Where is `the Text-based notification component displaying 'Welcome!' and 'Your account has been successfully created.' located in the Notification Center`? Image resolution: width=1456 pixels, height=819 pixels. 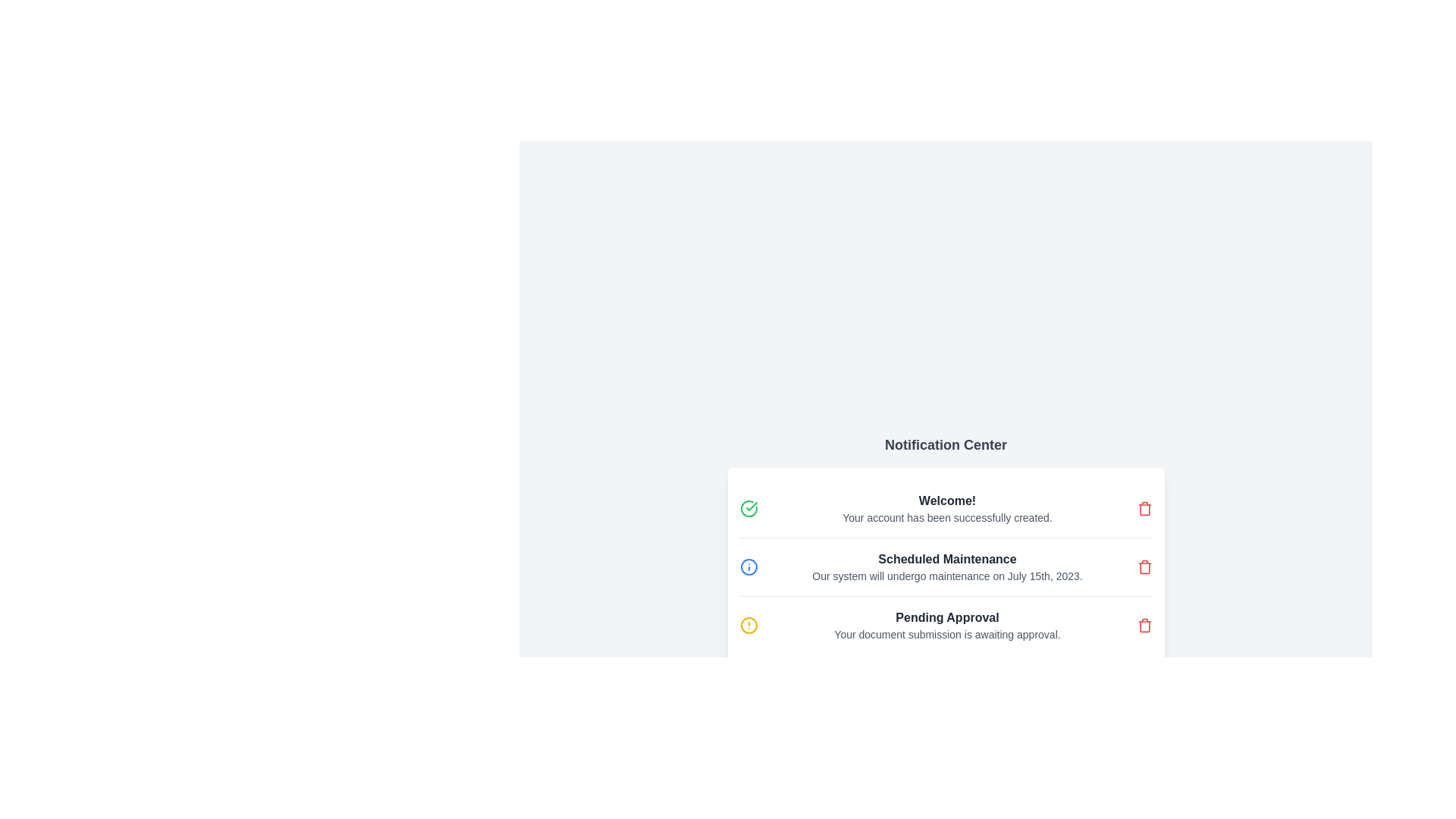
the Text-based notification component displaying 'Welcome!' and 'Your account has been successfully created.' located in the Notification Center is located at coordinates (946, 509).